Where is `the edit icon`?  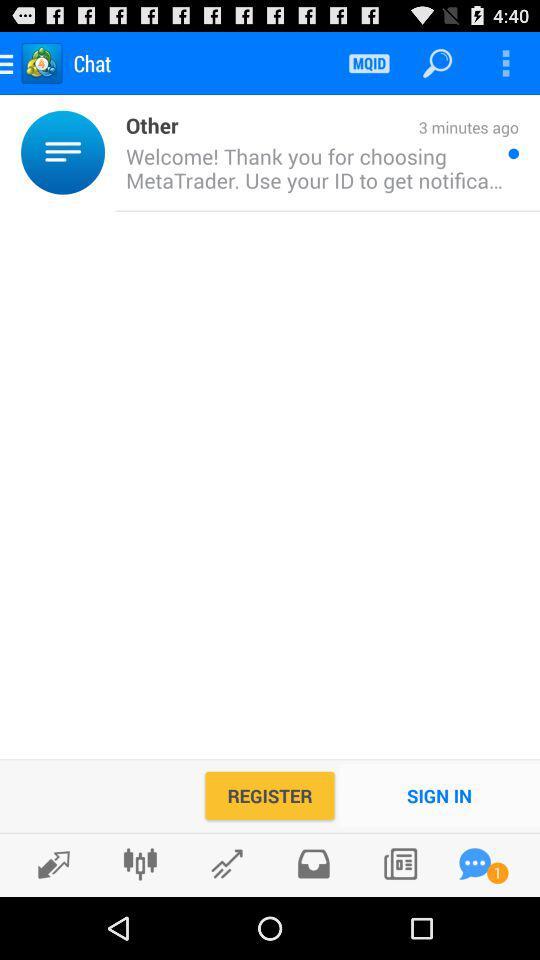
the edit icon is located at coordinates (226, 924).